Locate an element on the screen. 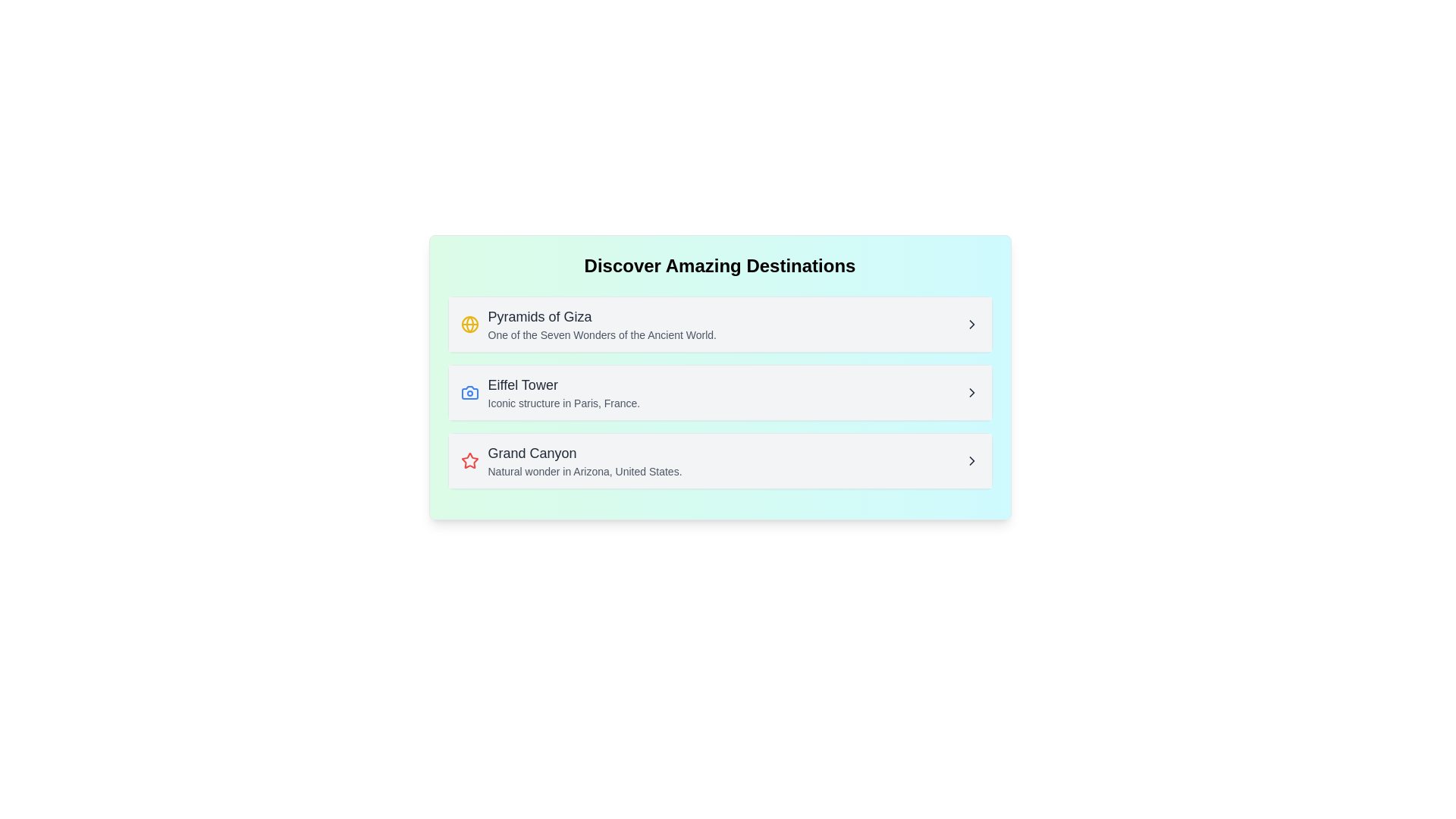  the Text label that displays 'Pyramids of Giza' and 'One of the Seven Wonders of the Ancient World', located in the section titled 'Discover Amazing Destinations' is located at coordinates (601, 324).